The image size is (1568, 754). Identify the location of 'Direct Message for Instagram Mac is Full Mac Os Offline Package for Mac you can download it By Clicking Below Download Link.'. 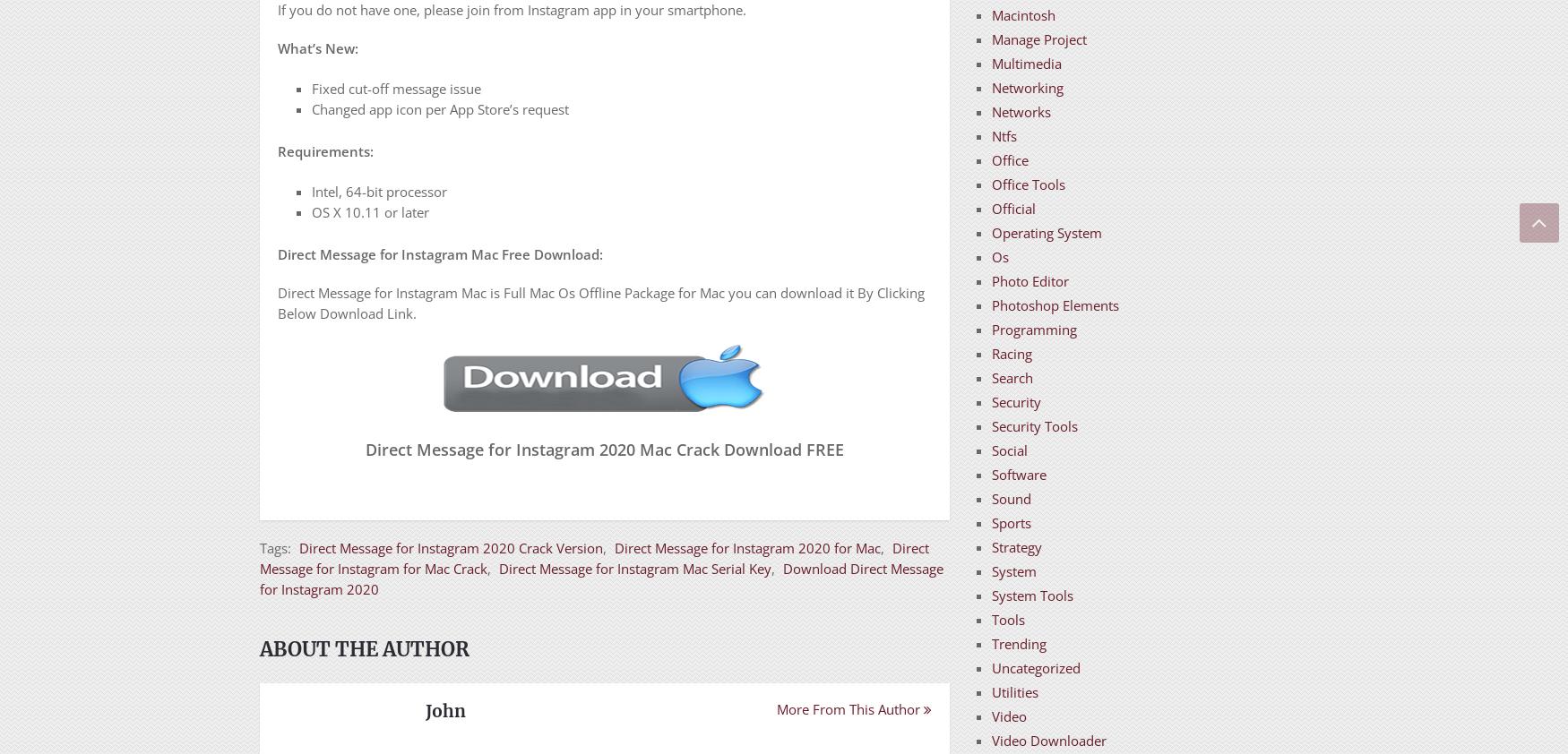
(599, 302).